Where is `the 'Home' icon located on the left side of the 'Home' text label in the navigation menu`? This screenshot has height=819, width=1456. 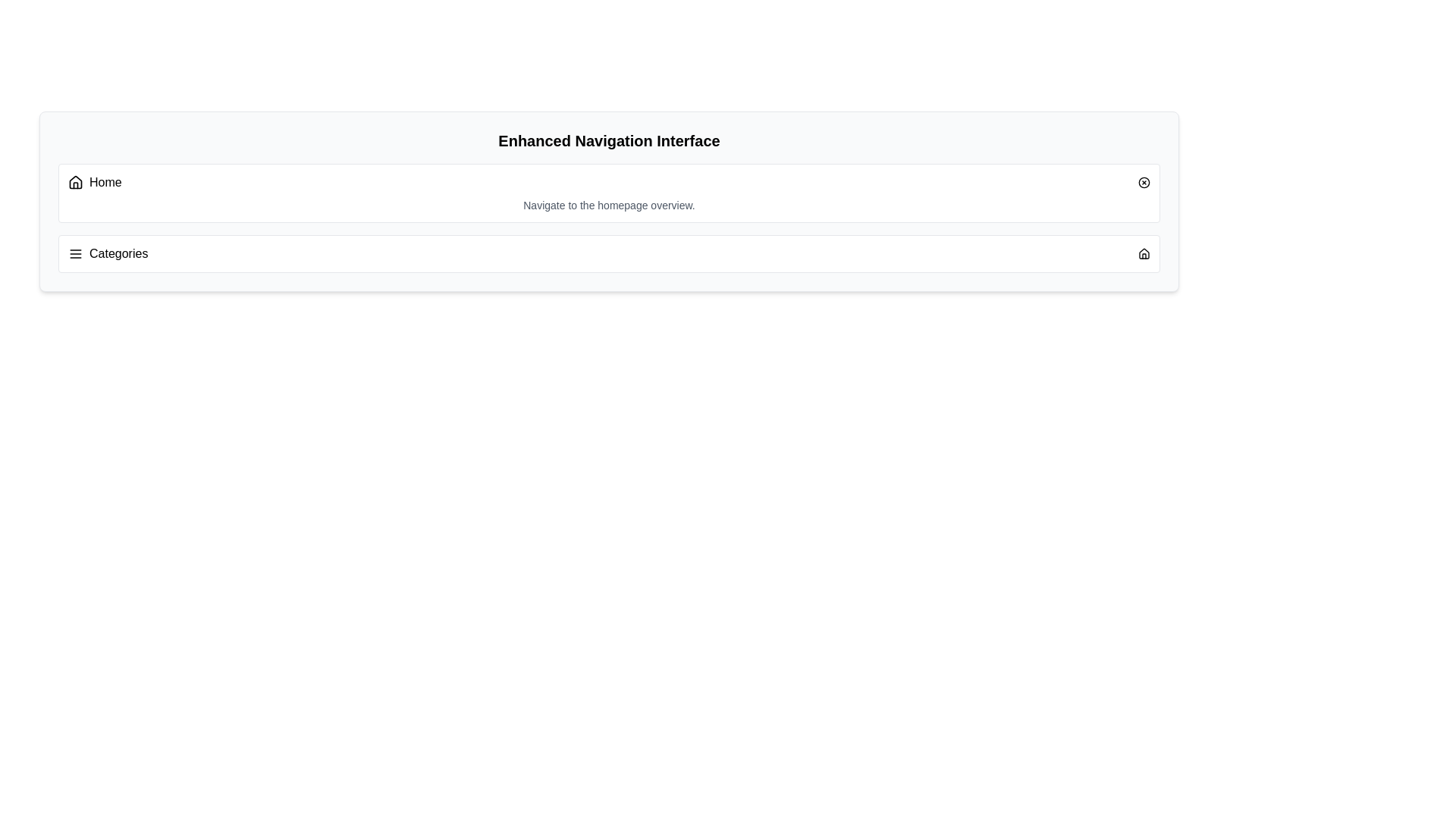
the 'Home' icon located on the left side of the 'Home' text label in the navigation menu is located at coordinates (75, 180).